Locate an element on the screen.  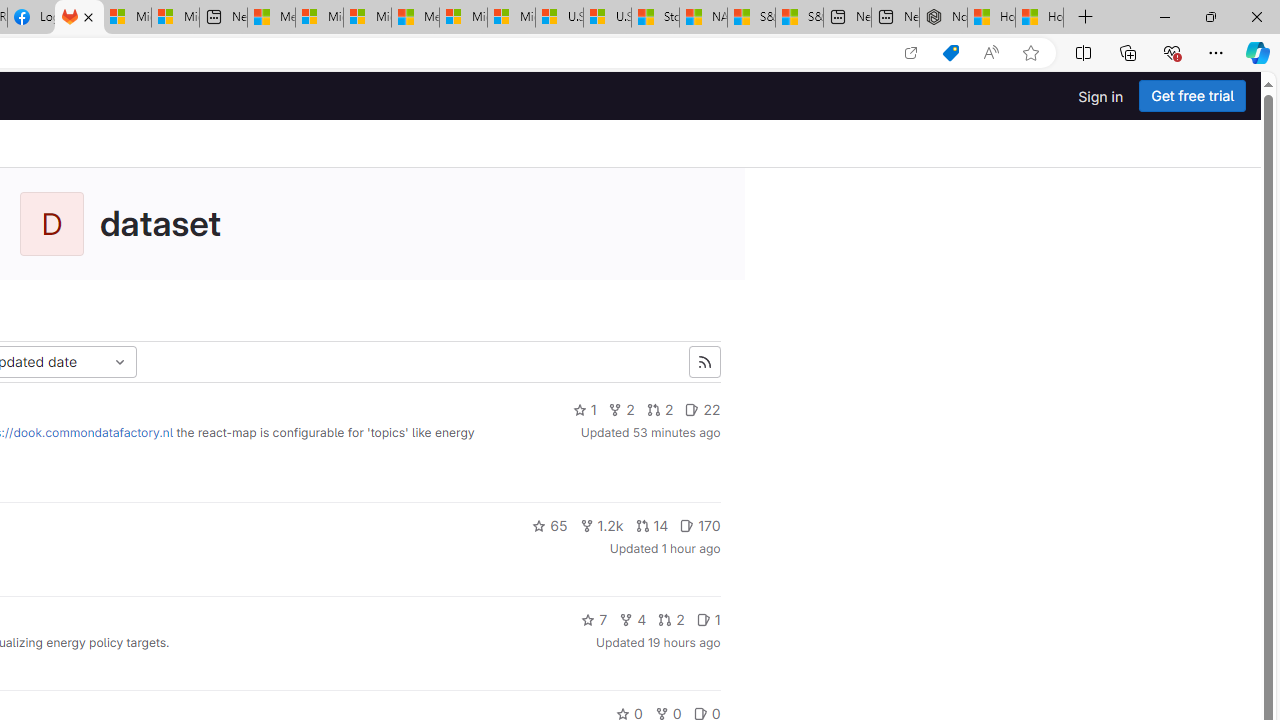
'S&P 500, Nasdaq end lower, weighed by Nvidia dip | Watch' is located at coordinates (798, 17).